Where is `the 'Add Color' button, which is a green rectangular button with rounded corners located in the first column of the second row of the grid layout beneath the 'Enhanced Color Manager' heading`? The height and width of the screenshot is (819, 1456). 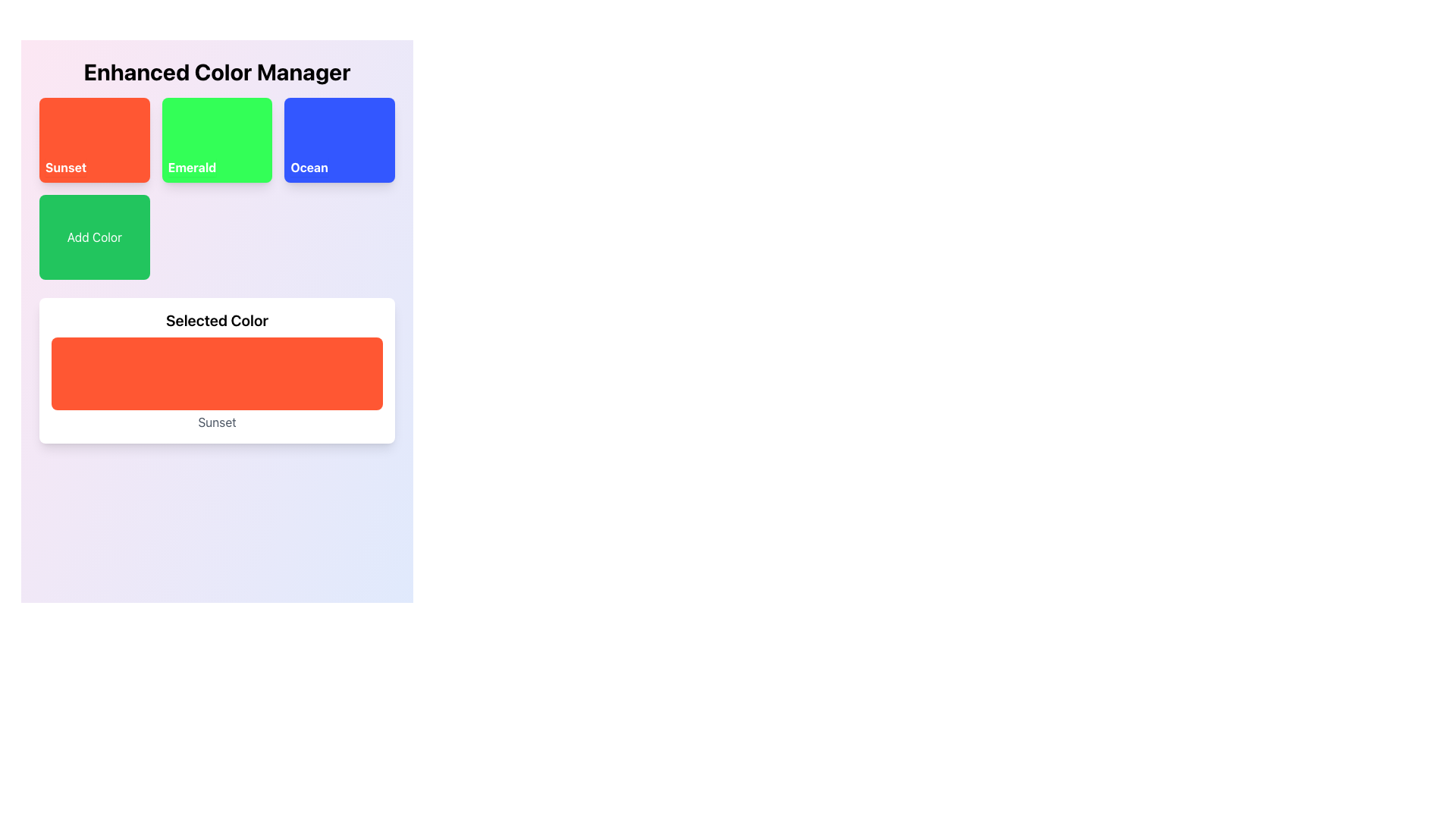
the 'Add Color' button, which is a green rectangular button with rounded corners located in the first column of the second row of the grid layout beneath the 'Enhanced Color Manager' heading is located at coordinates (93, 237).